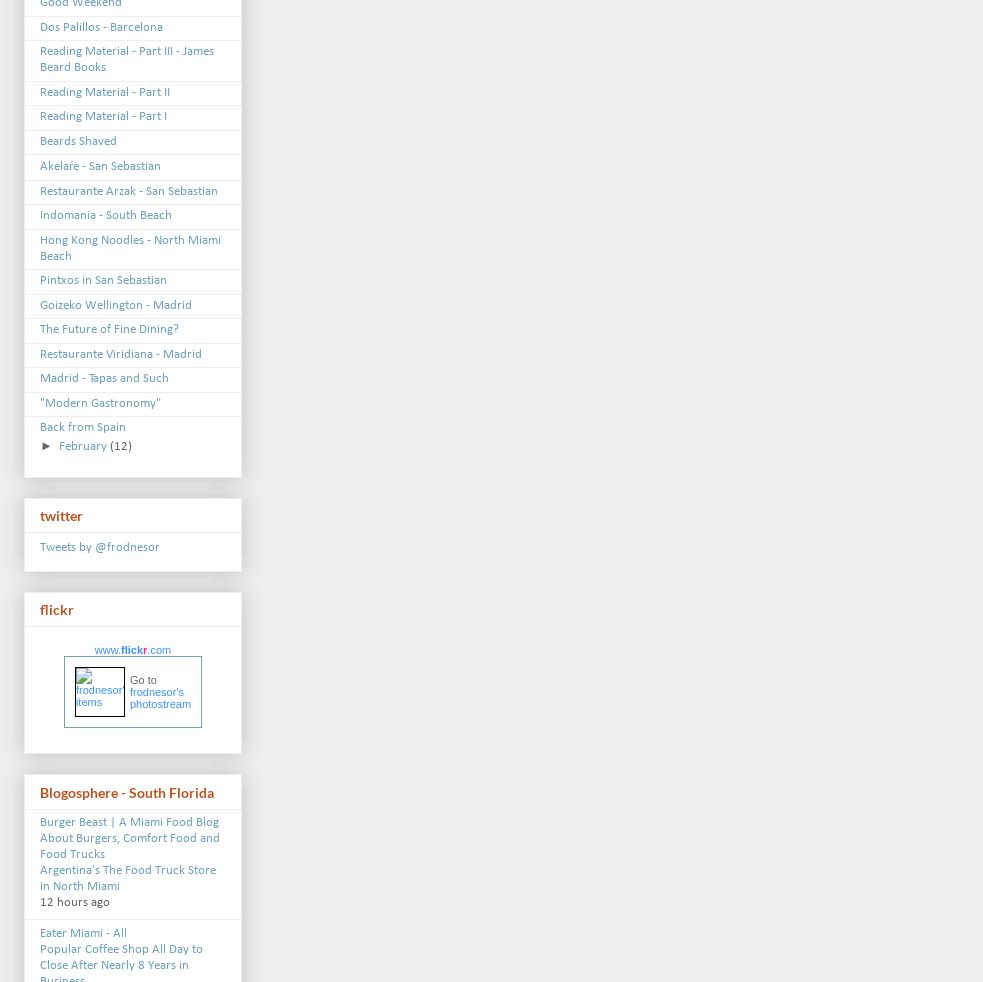 The image size is (983, 982). What do you see at coordinates (127, 189) in the screenshot?
I see `'Restaurante Arzak - San Sebastian'` at bounding box center [127, 189].